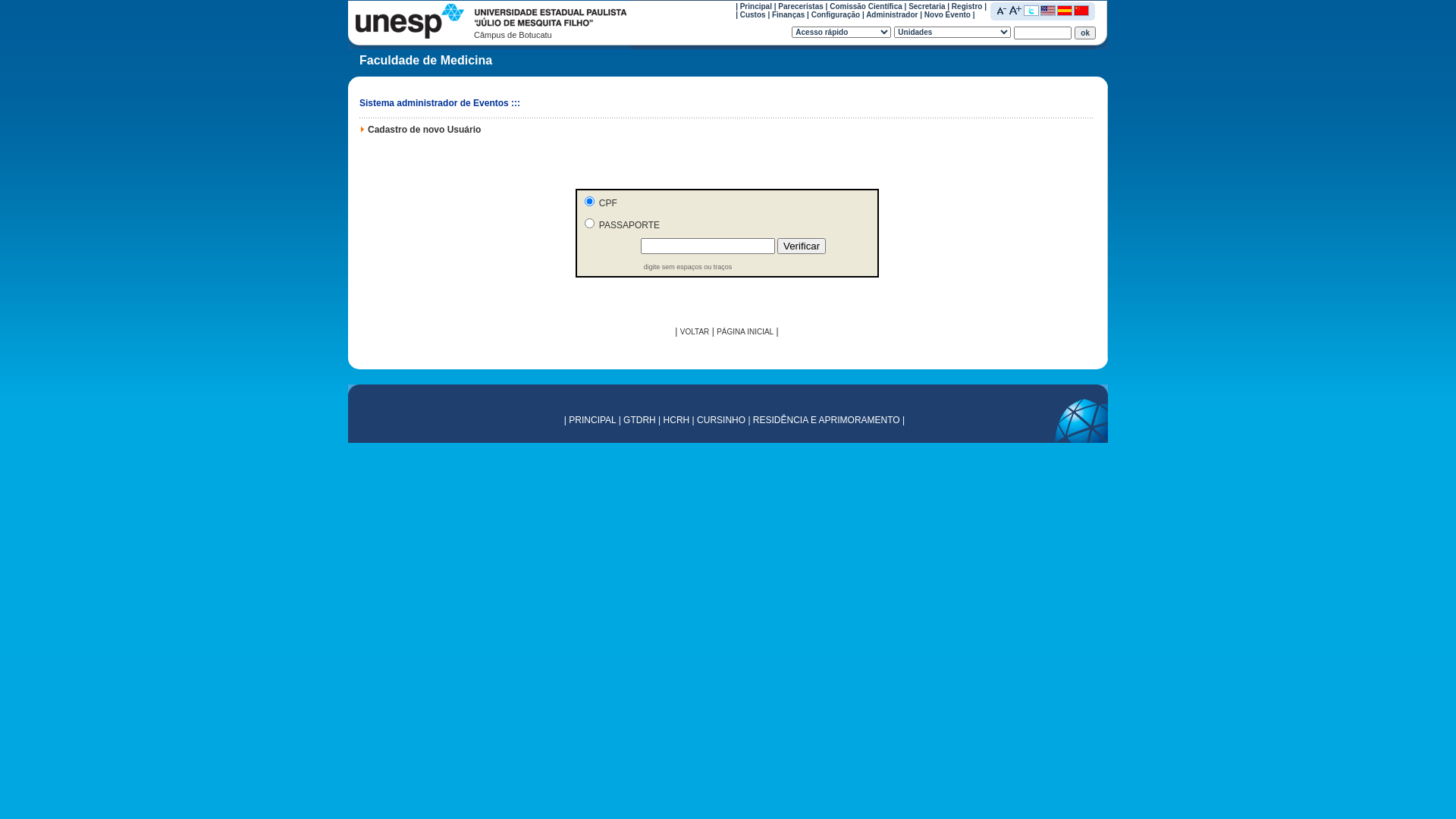 The height and width of the screenshot is (819, 1456). I want to click on 'PRINCIPAL', so click(591, 420).